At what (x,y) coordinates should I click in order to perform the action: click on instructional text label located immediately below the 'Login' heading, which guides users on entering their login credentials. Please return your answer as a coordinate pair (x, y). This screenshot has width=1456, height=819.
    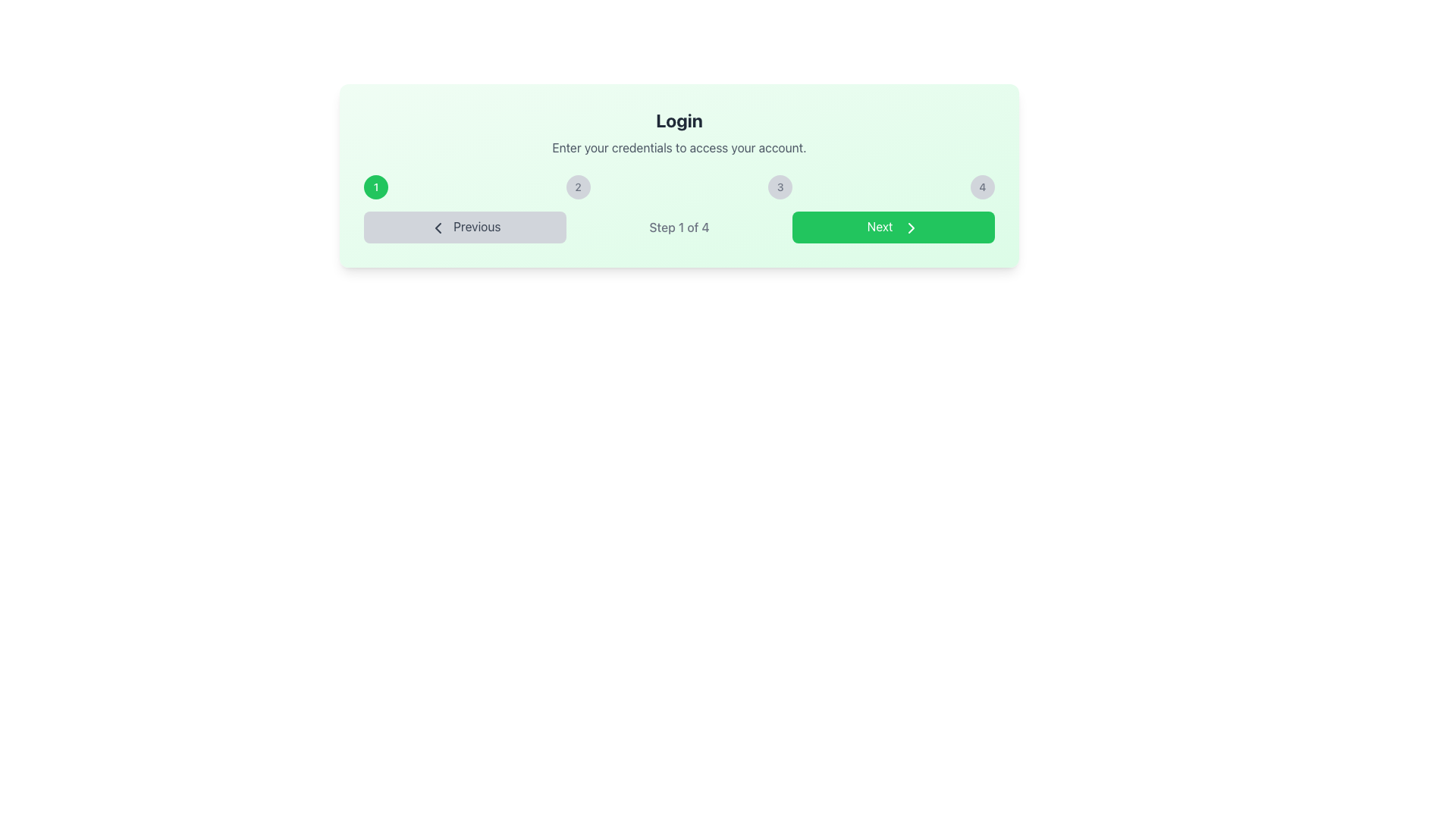
    Looking at the image, I should click on (679, 148).